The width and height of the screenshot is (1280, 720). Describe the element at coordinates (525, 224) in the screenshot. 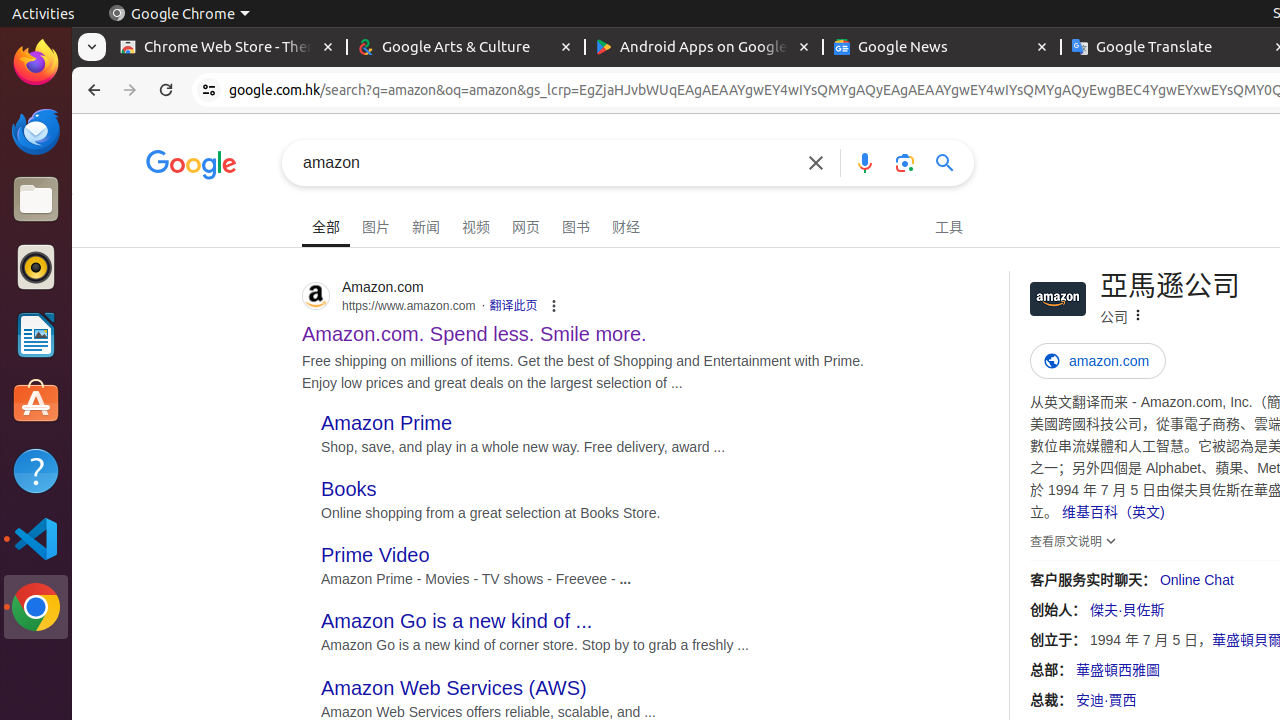

I see `'网页'` at that location.